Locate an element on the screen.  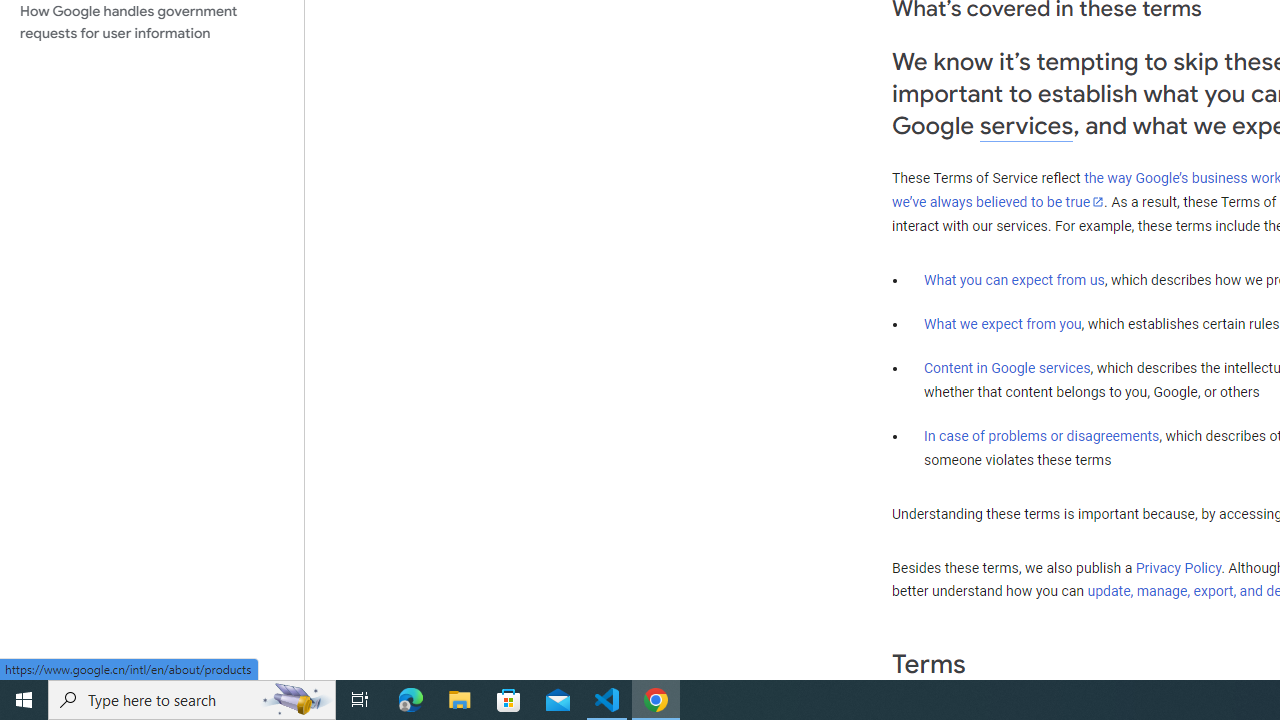
'What we expect from you' is located at coordinates (1002, 323).